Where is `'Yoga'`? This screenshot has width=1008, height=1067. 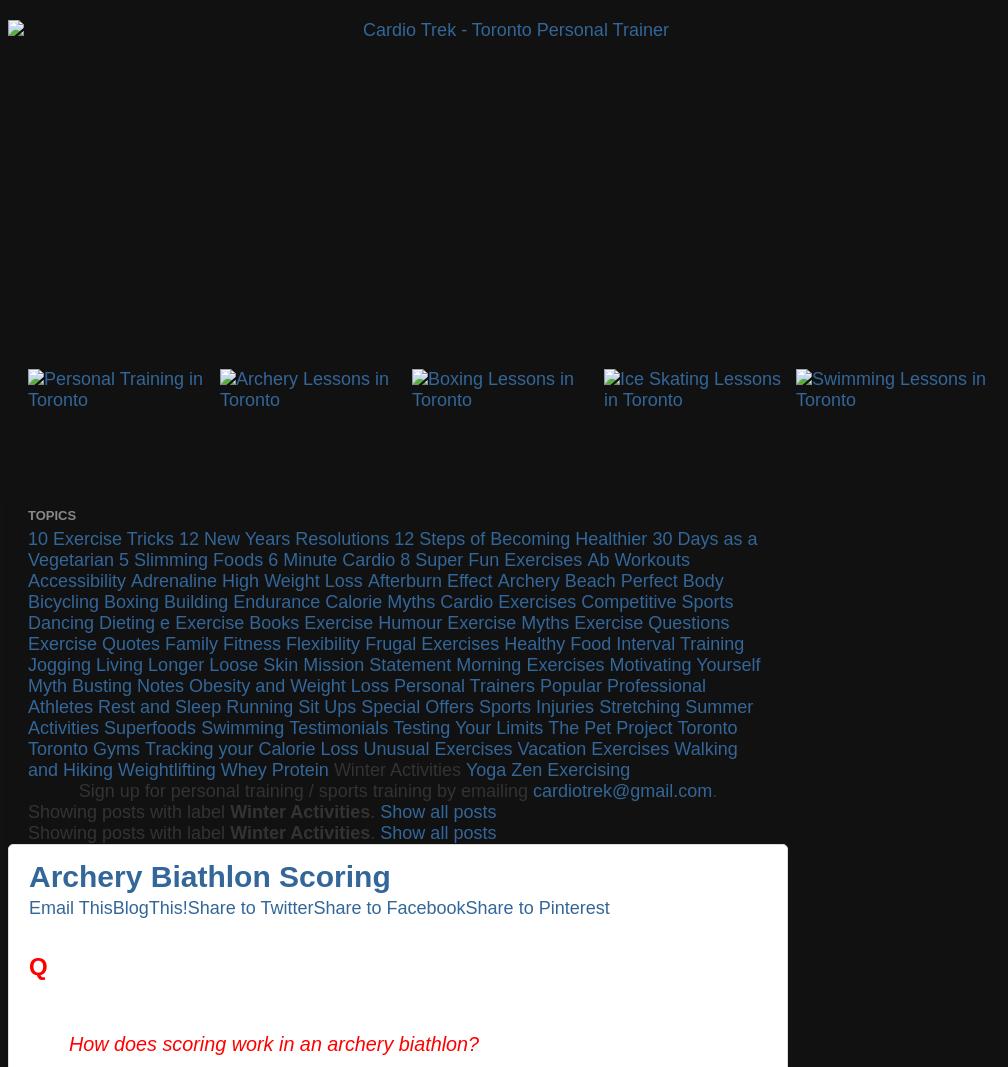 'Yoga' is located at coordinates (485, 768).